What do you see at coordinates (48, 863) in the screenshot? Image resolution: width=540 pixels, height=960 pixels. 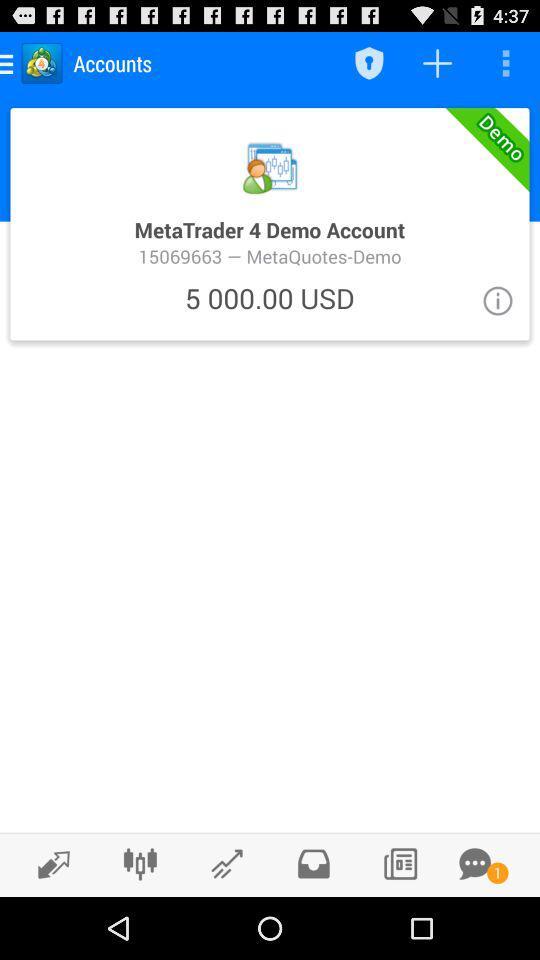 I see `new trades` at bounding box center [48, 863].